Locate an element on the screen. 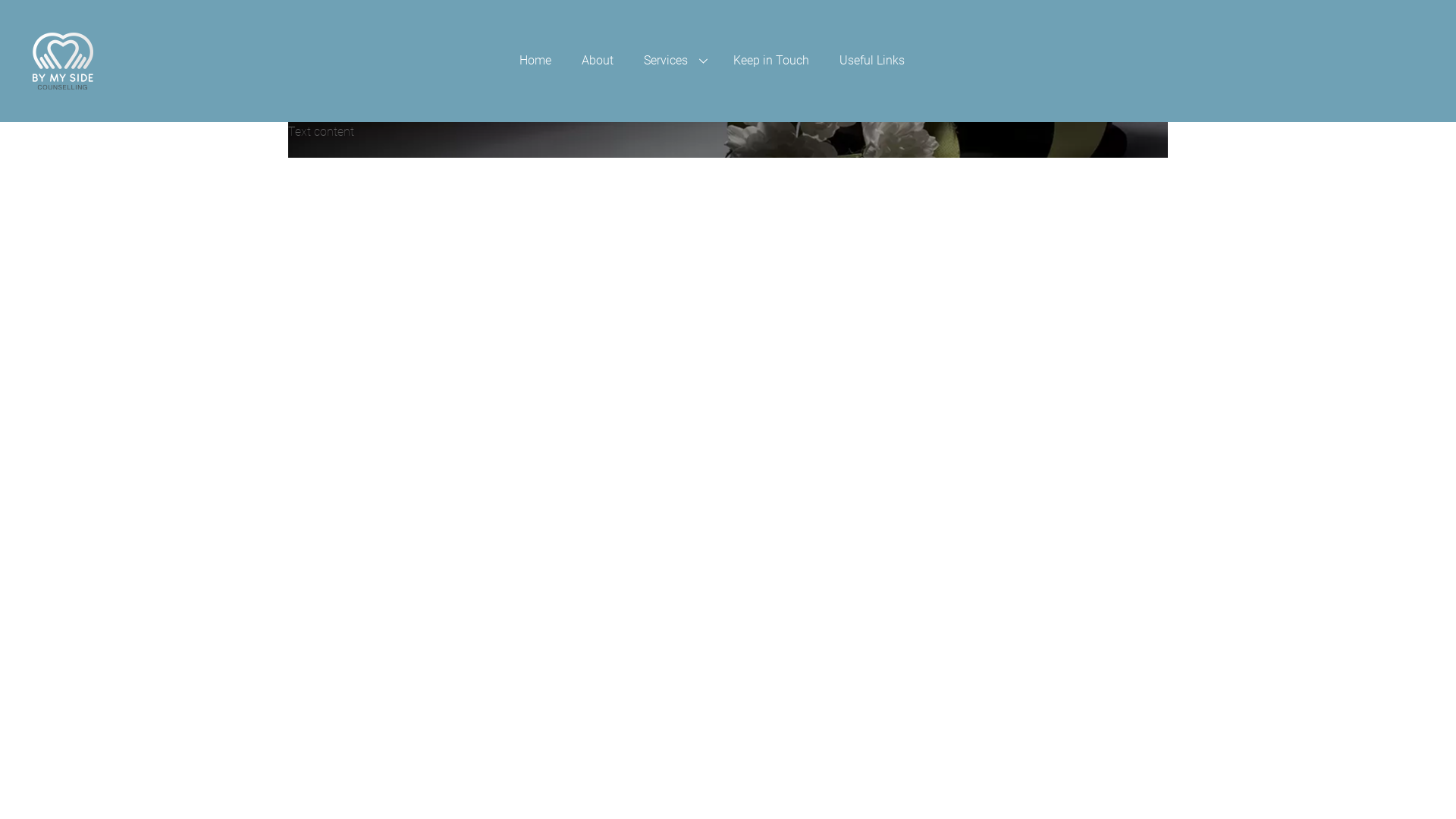  'Services' is located at coordinates (673, 60).